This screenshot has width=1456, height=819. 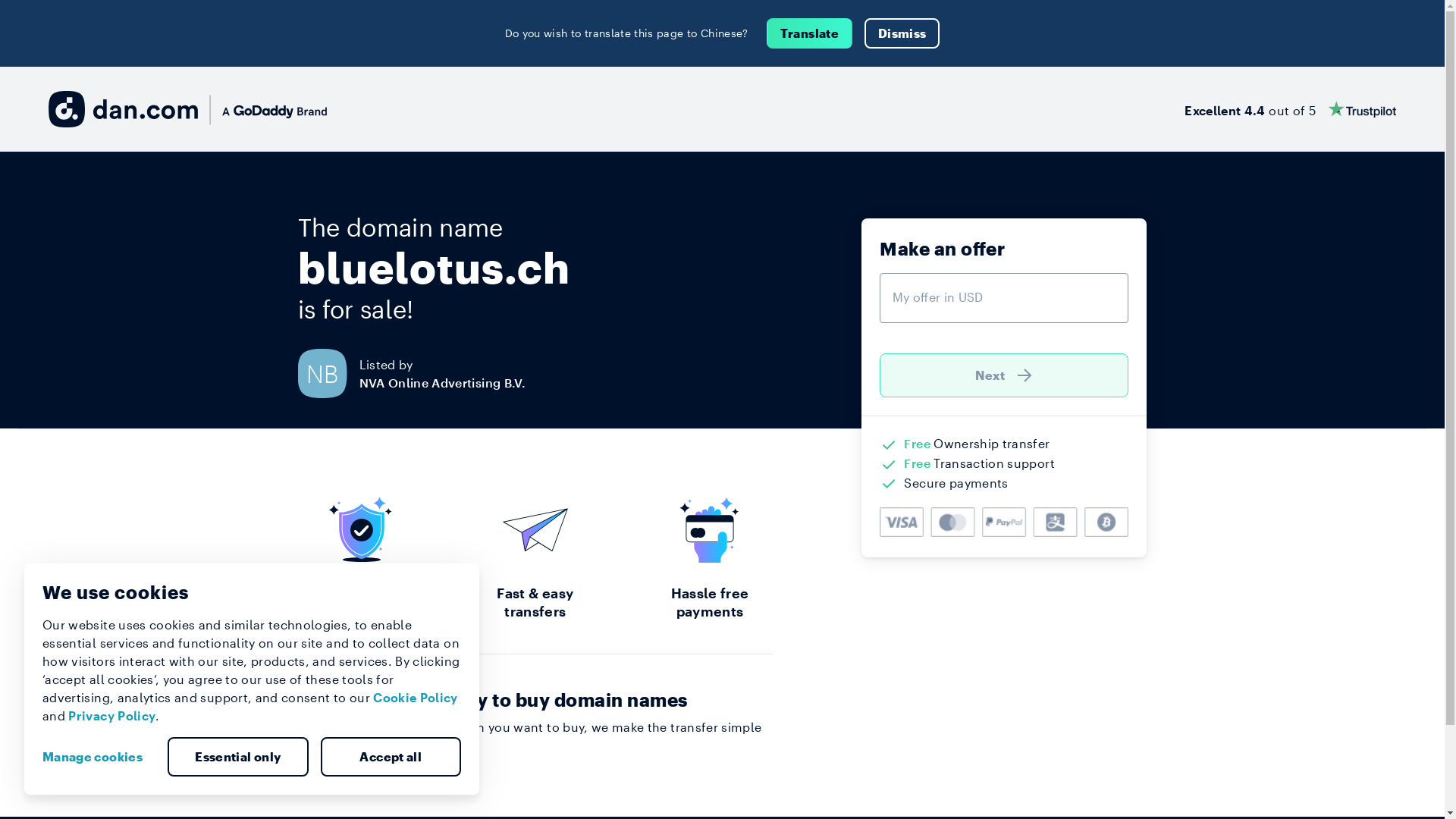 I want to click on 'Next, so click(x=1004, y=375).